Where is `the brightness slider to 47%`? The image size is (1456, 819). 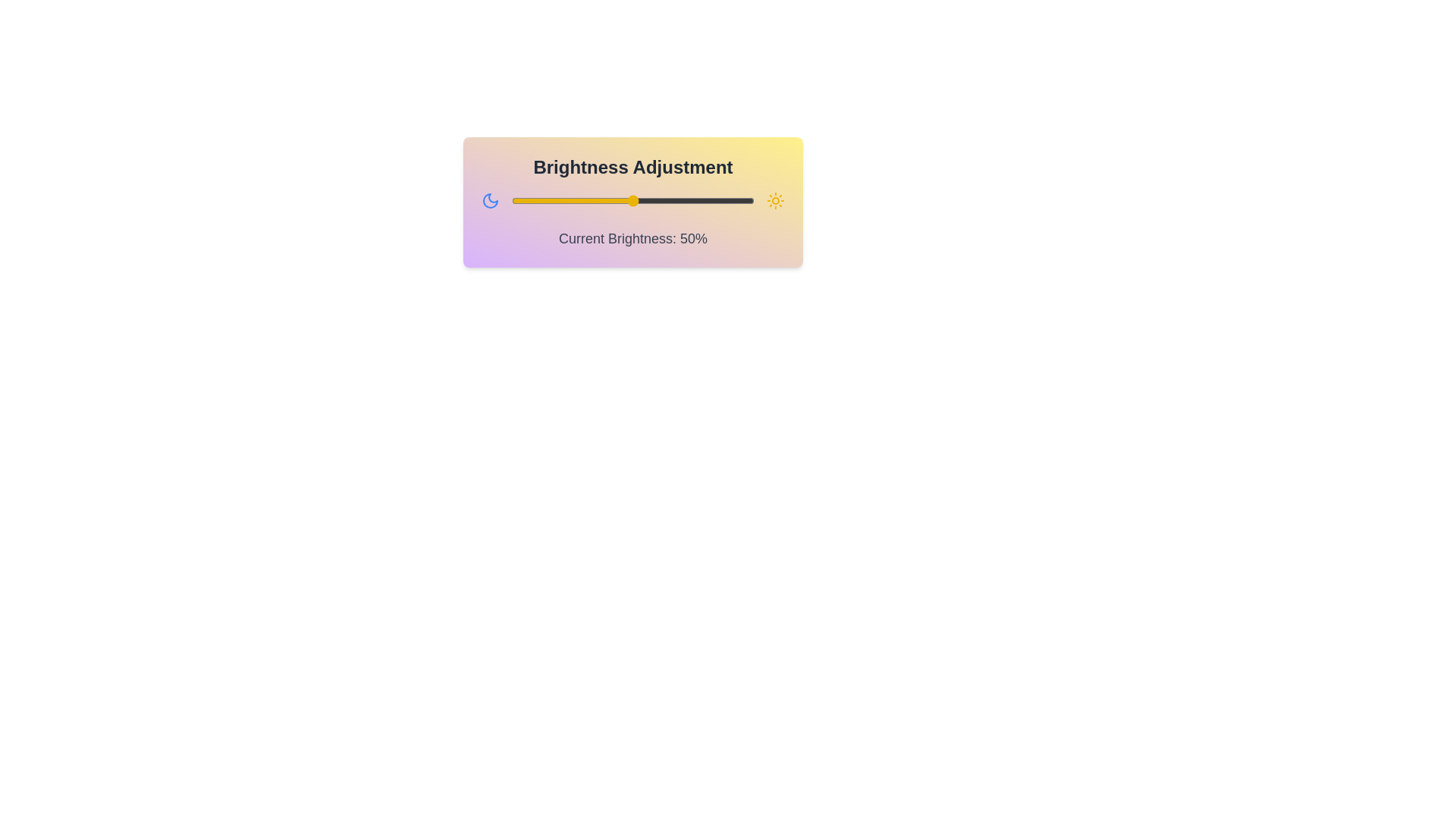 the brightness slider to 47% is located at coordinates (626, 200).